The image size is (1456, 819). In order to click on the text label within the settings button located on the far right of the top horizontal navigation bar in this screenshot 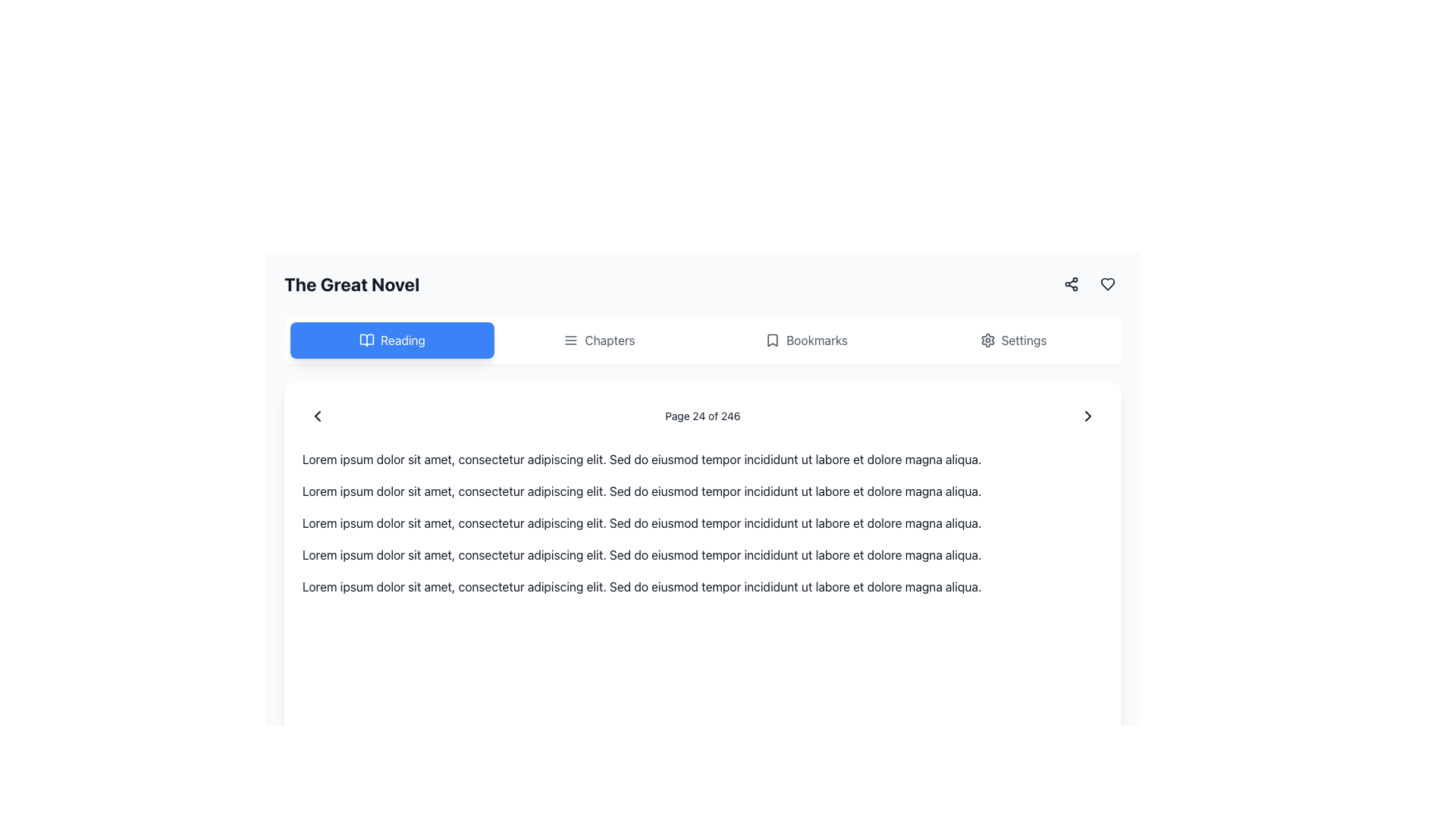, I will do `click(1024, 339)`.